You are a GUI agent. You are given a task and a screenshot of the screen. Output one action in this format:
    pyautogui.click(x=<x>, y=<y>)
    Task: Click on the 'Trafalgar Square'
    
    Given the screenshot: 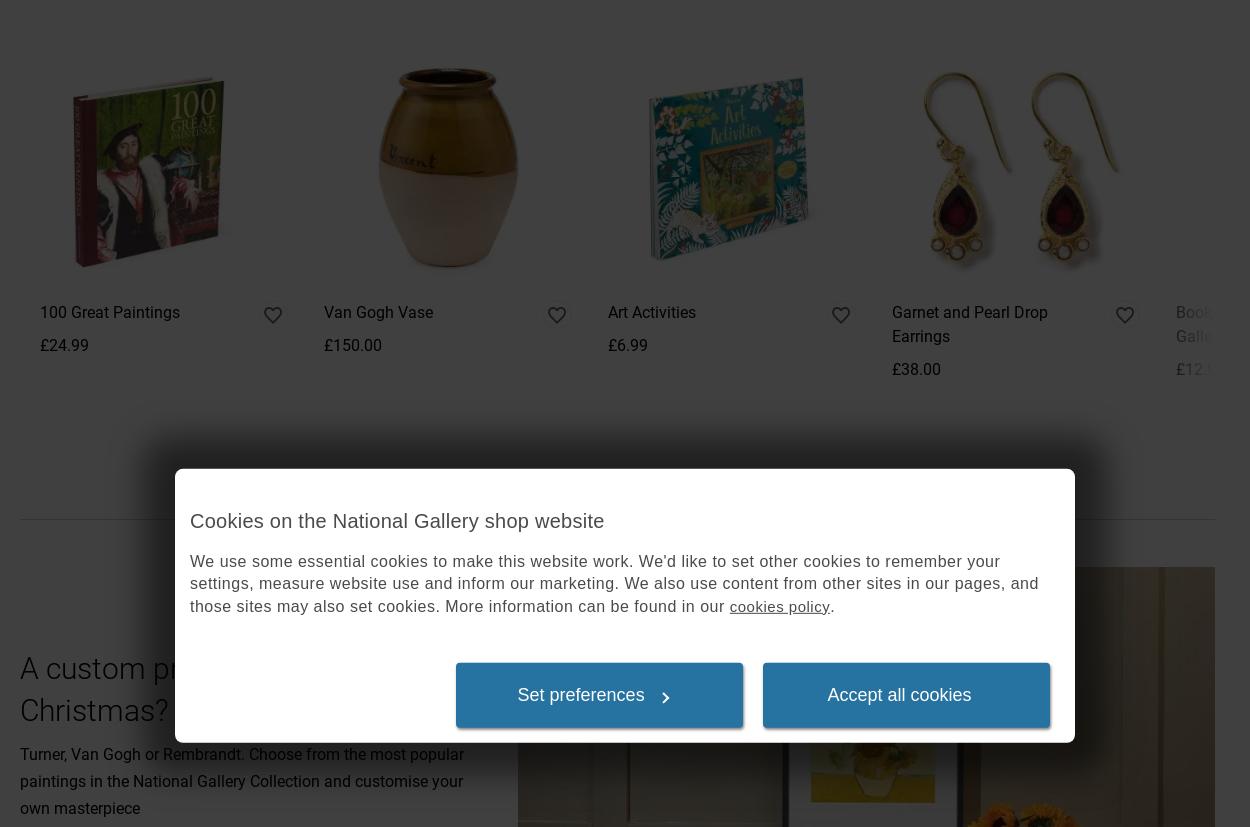 What is the action you would take?
    pyautogui.click(x=77, y=204)
    